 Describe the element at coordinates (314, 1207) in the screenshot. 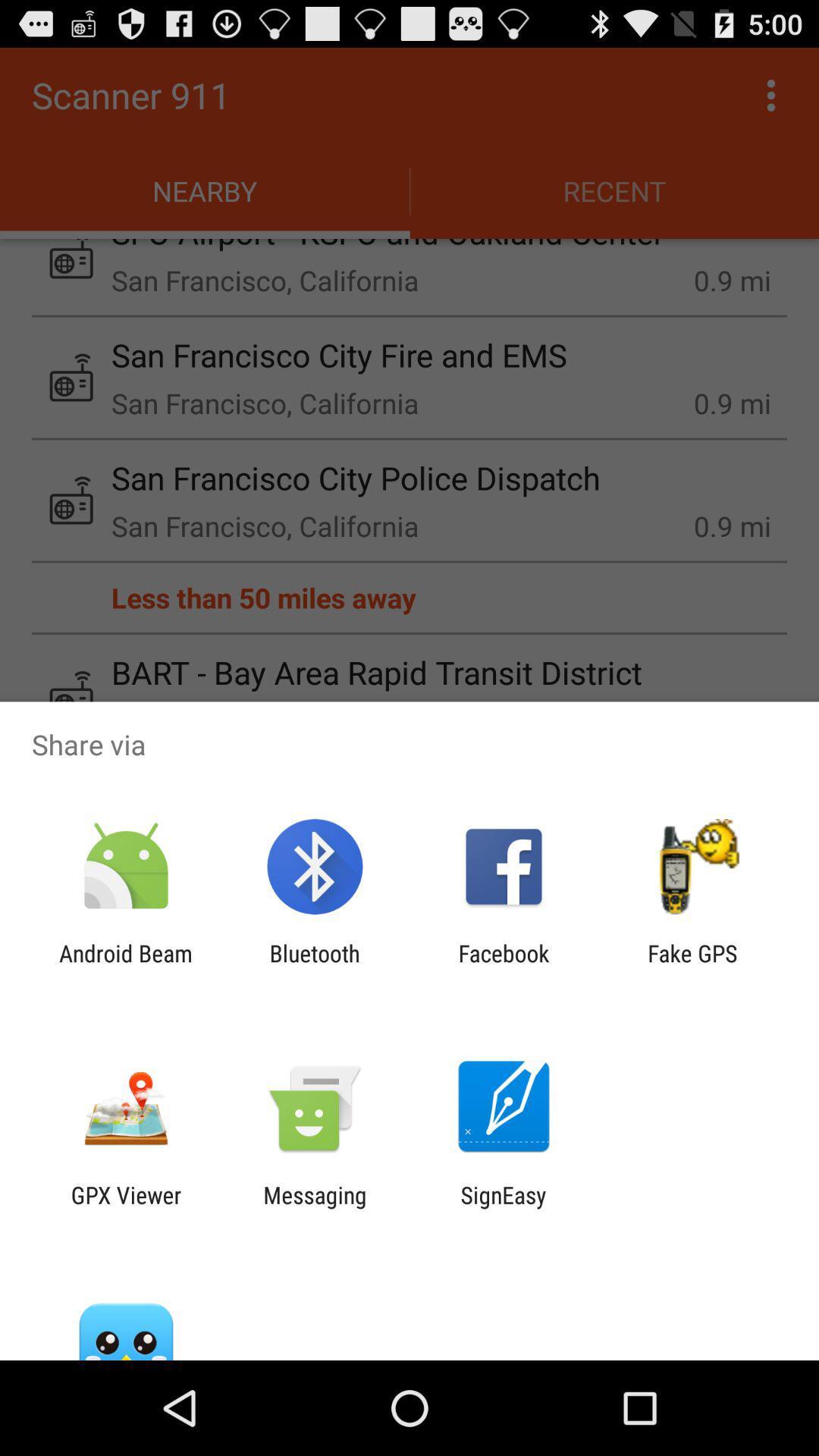

I see `app to the right of the gpx viewer` at that location.